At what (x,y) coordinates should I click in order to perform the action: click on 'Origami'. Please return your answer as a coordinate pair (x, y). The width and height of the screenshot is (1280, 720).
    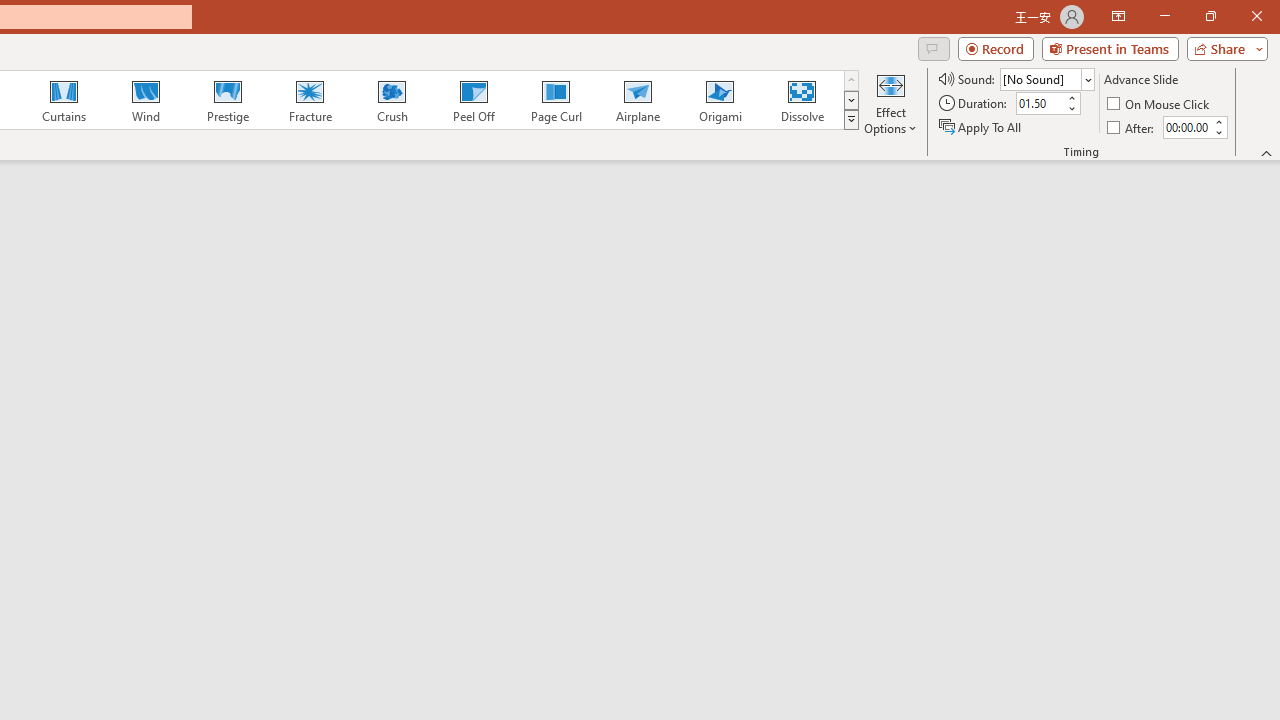
    Looking at the image, I should click on (720, 100).